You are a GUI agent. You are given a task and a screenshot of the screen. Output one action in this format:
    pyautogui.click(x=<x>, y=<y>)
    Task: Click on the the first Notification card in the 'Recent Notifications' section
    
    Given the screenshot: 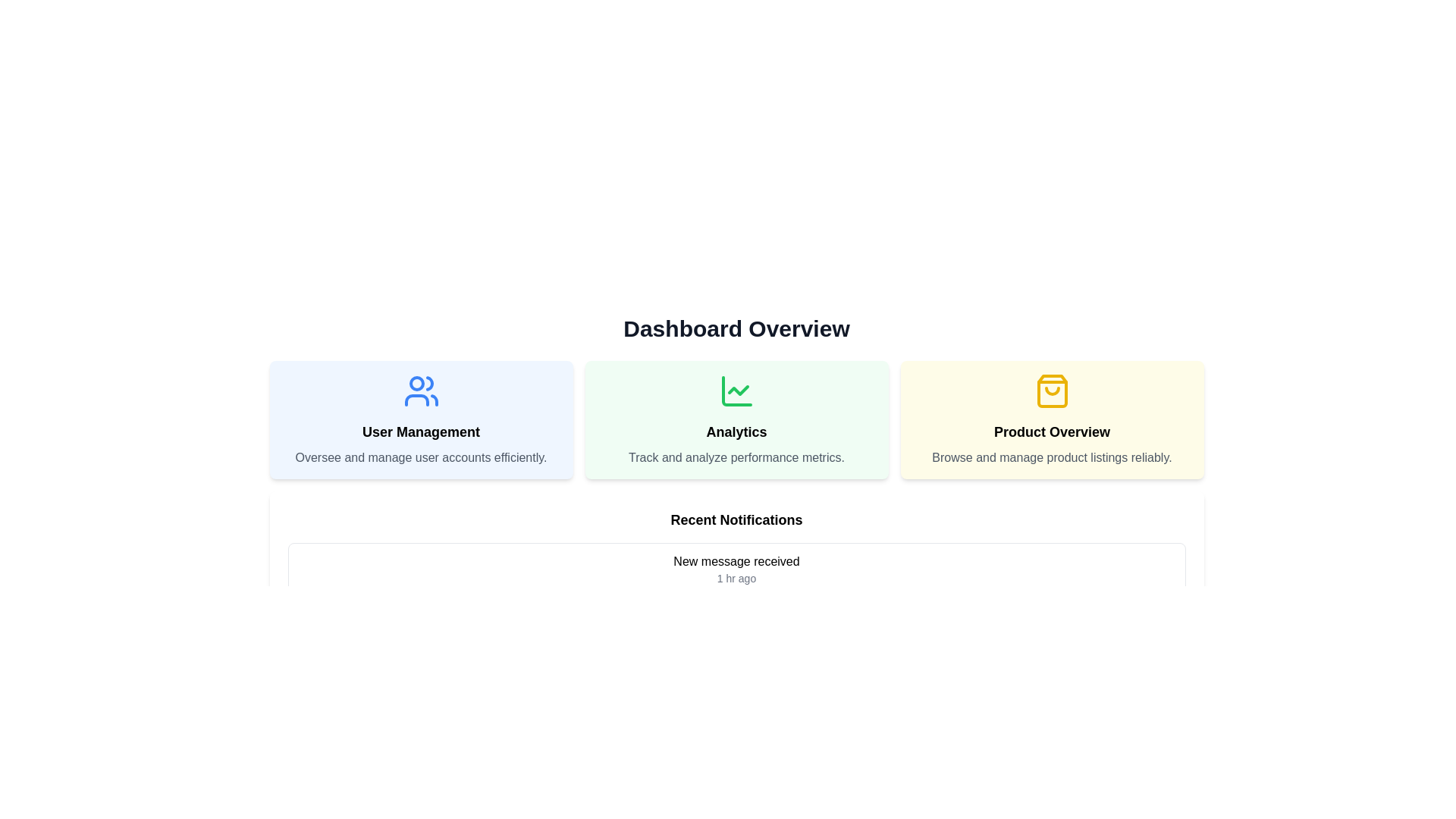 What is the action you would take?
    pyautogui.click(x=736, y=570)
    